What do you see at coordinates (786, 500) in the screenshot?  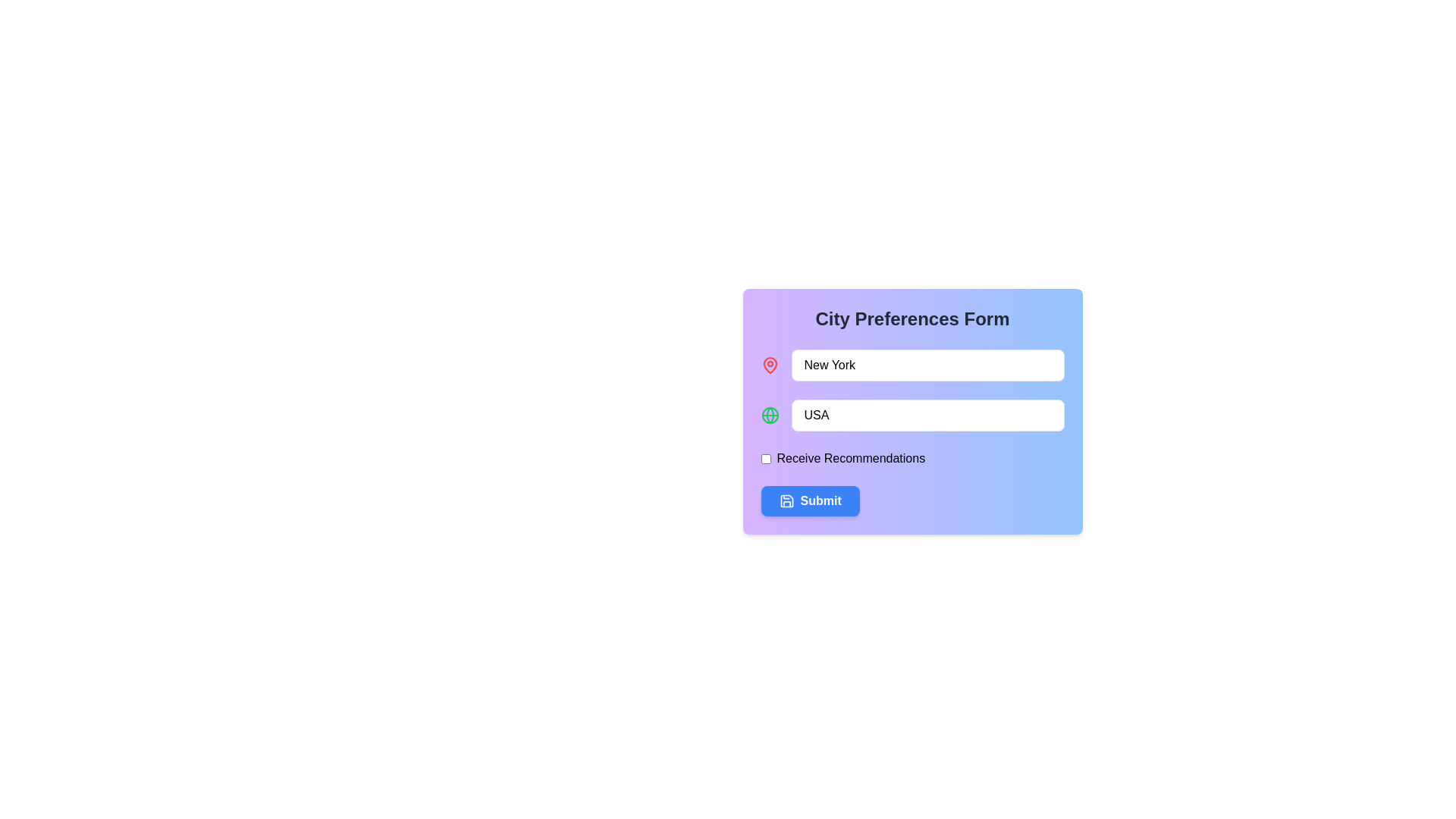 I see `the save icon, which is a floppy disk depicted with a blue background and white lines, located to the left of the bold 'Submit' text within the blue button at the bottom of the form` at bounding box center [786, 500].